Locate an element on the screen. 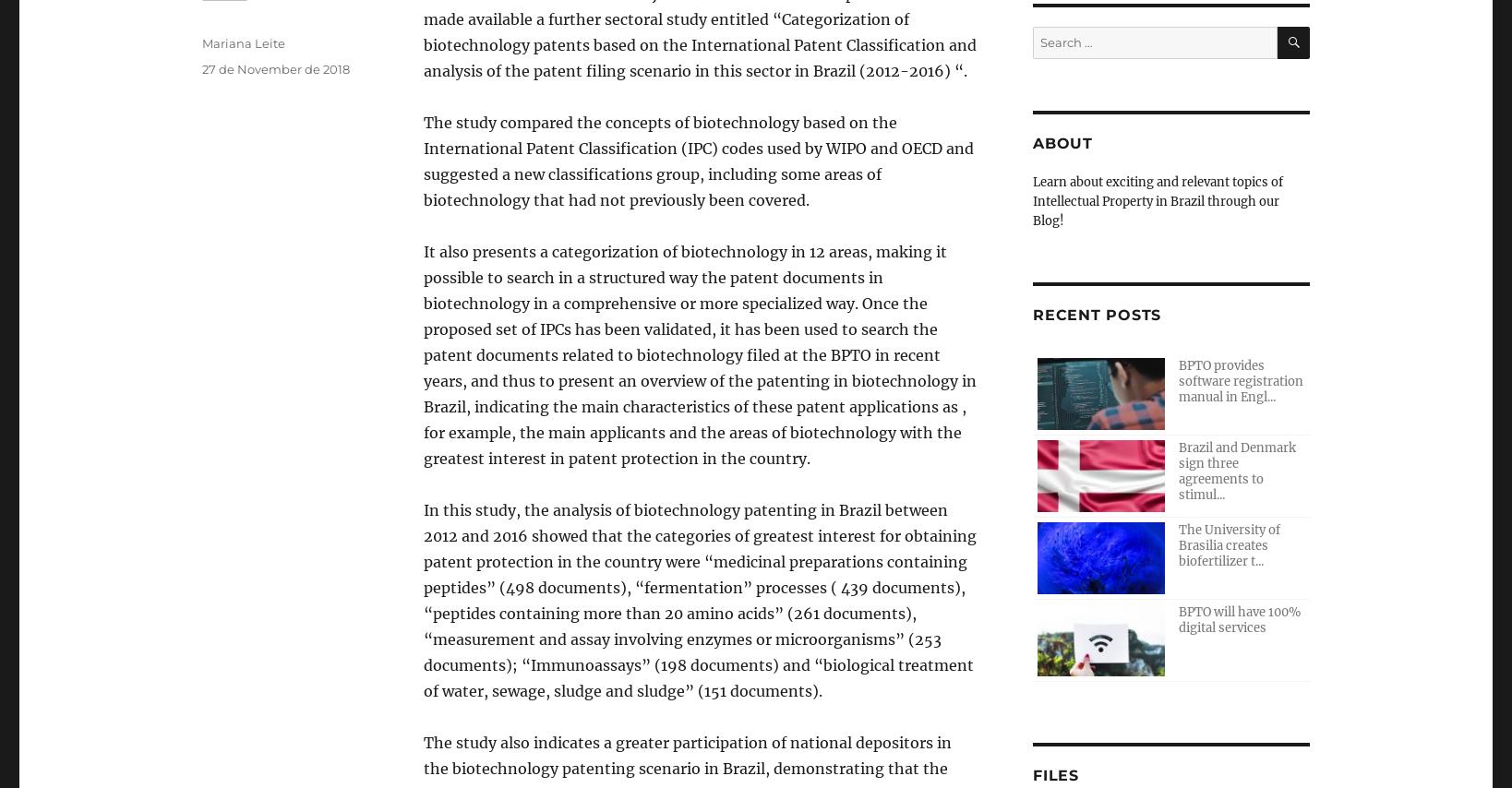 This screenshot has height=788, width=1512. '27 de November de 2018' is located at coordinates (275, 67).